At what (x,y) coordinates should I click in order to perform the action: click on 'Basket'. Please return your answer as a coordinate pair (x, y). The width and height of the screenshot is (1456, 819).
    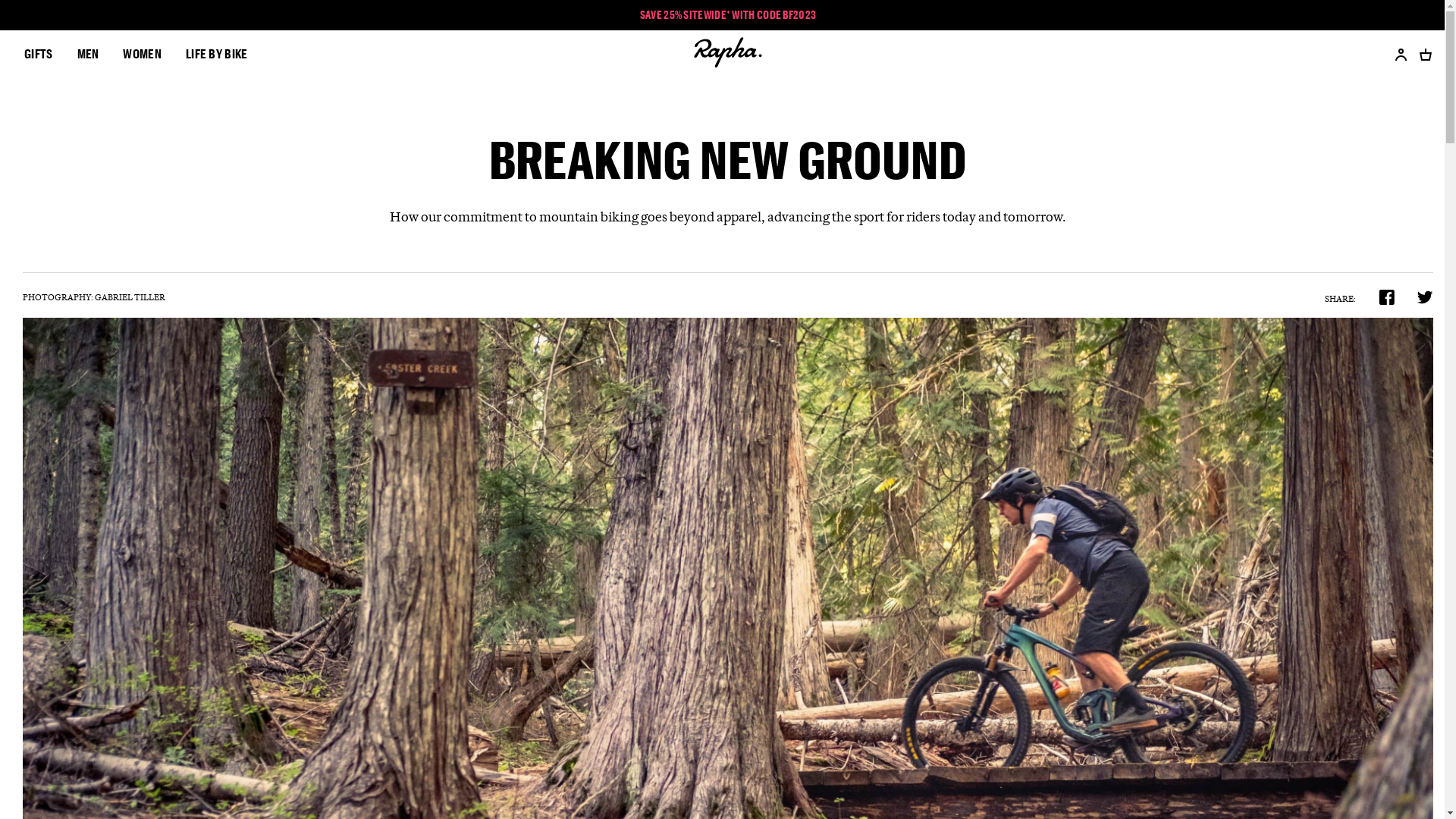
    Looking at the image, I should click on (1419, 54).